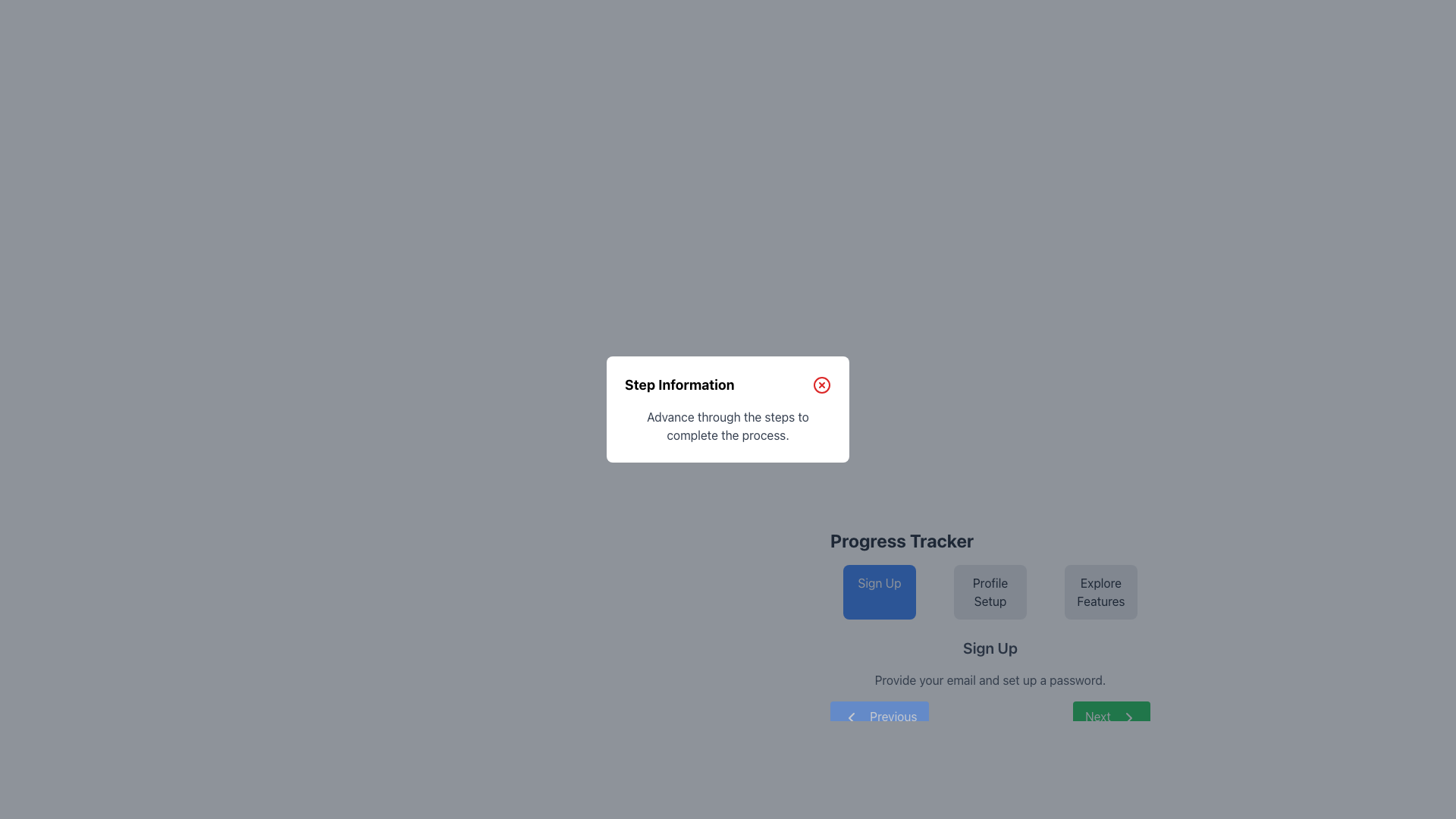  I want to click on the 'Explore Features' button, which is the third button in a horizontal group of three, so click(1100, 591).